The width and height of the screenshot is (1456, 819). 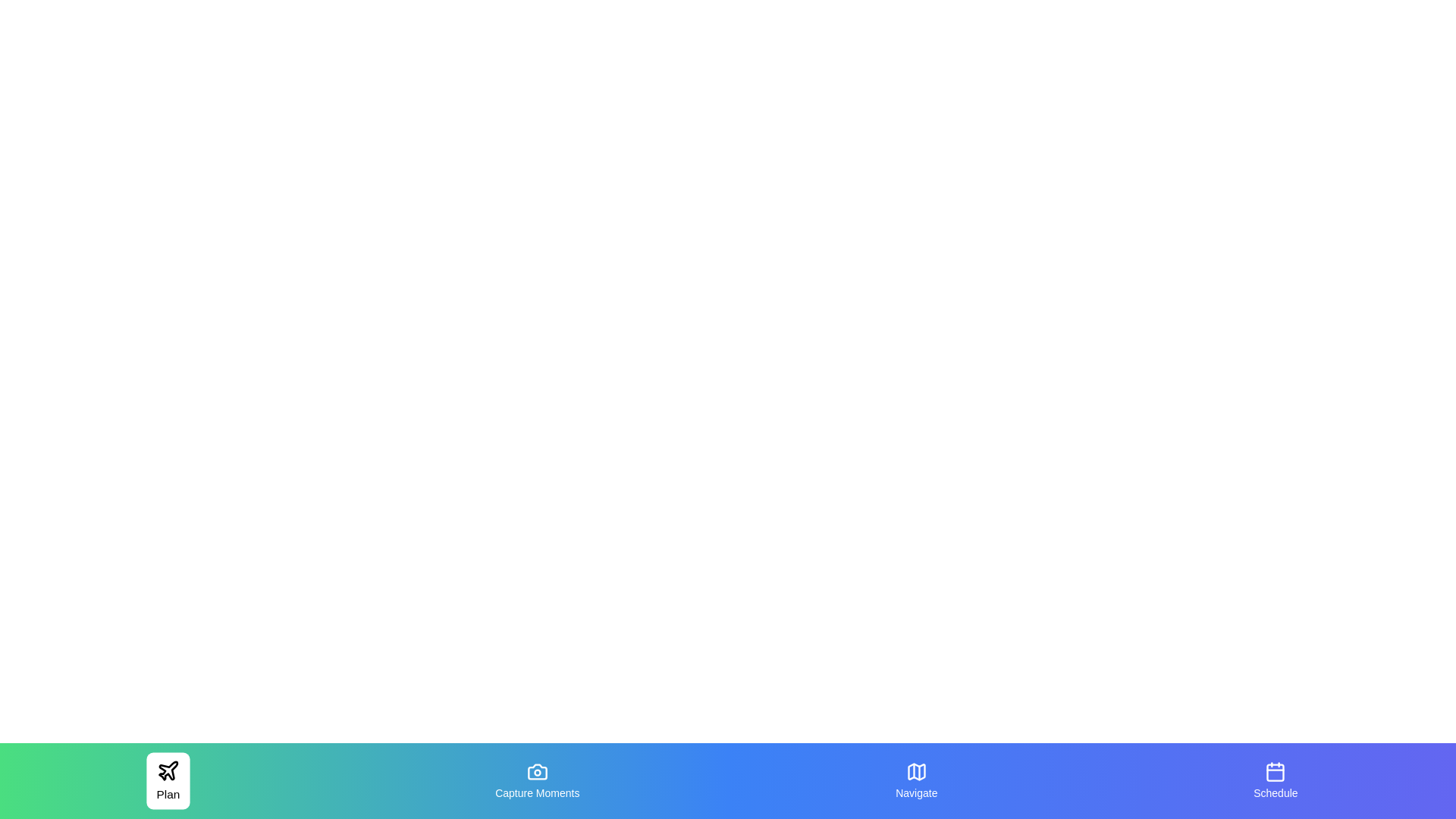 I want to click on the tab labeled Capture Moments by clicking on it, so click(x=537, y=780).